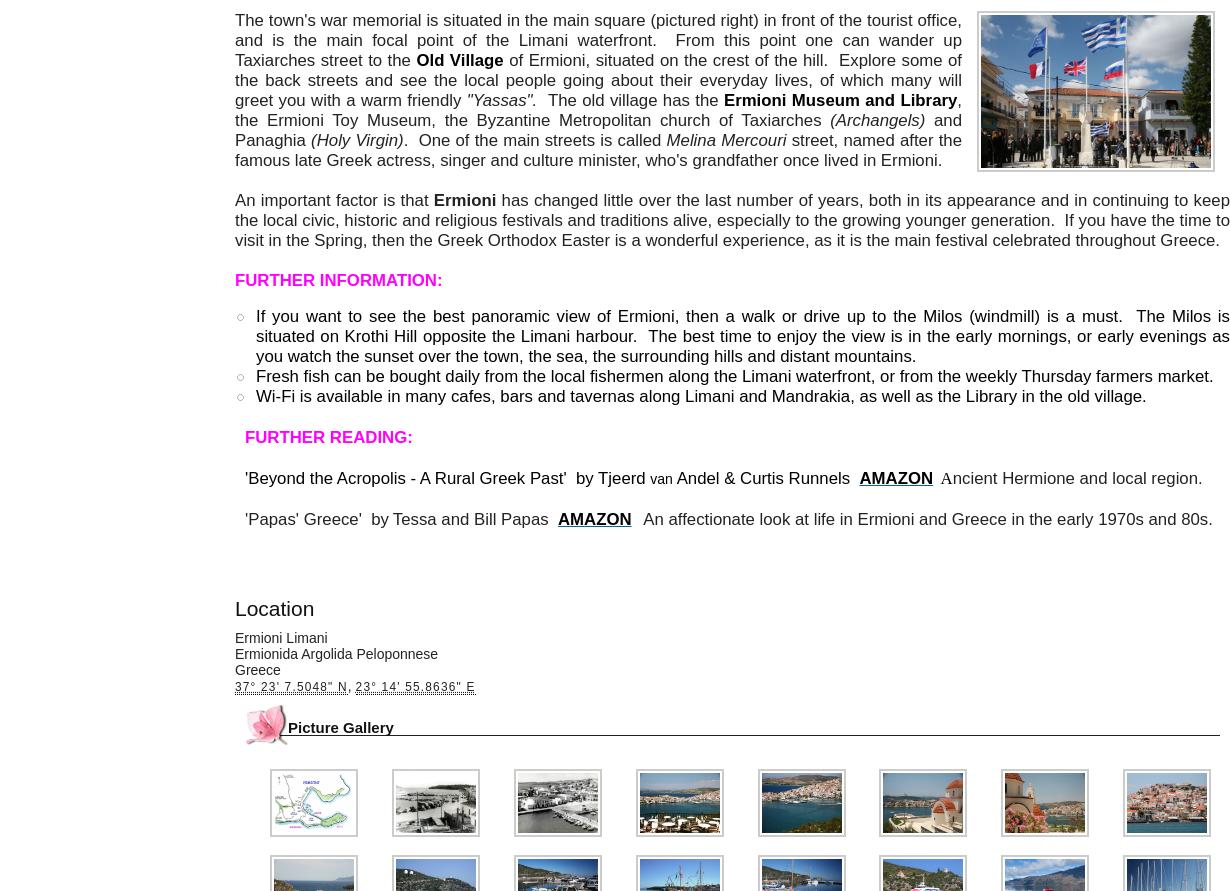 This screenshot has width=1230, height=891. What do you see at coordinates (571, 376) in the screenshot?
I see `'Fresh fish can be bought daily from the local fishermen along the Limani waterfront, o'` at bounding box center [571, 376].